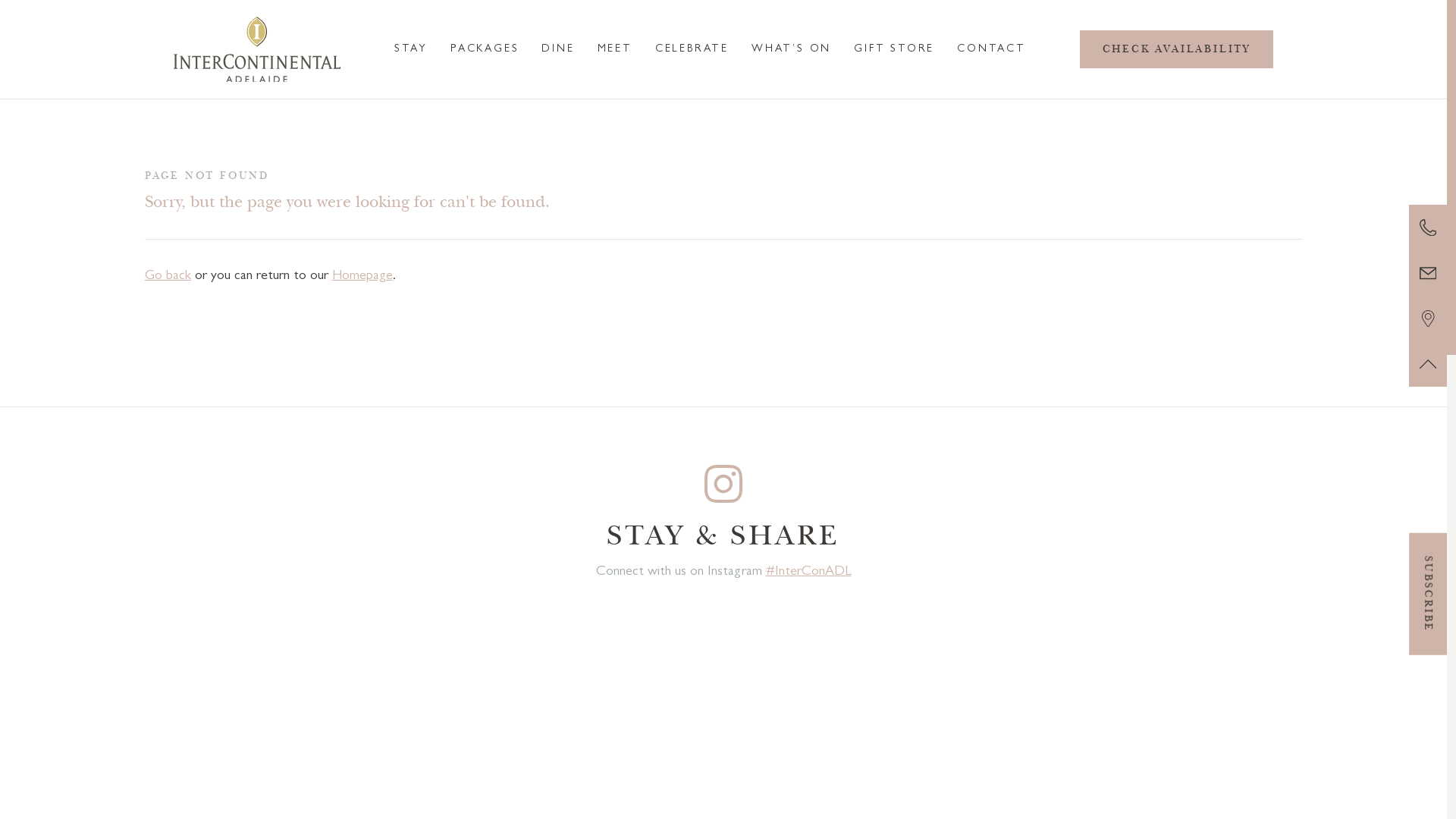 The height and width of the screenshot is (819, 1456). What do you see at coordinates (411, 49) in the screenshot?
I see `'STAY'` at bounding box center [411, 49].